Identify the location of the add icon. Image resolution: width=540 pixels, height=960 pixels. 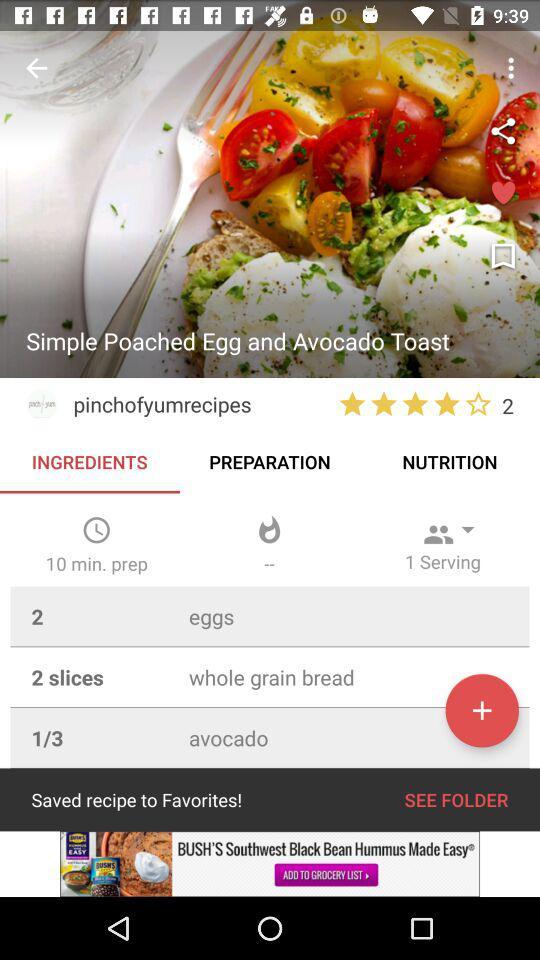
(481, 710).